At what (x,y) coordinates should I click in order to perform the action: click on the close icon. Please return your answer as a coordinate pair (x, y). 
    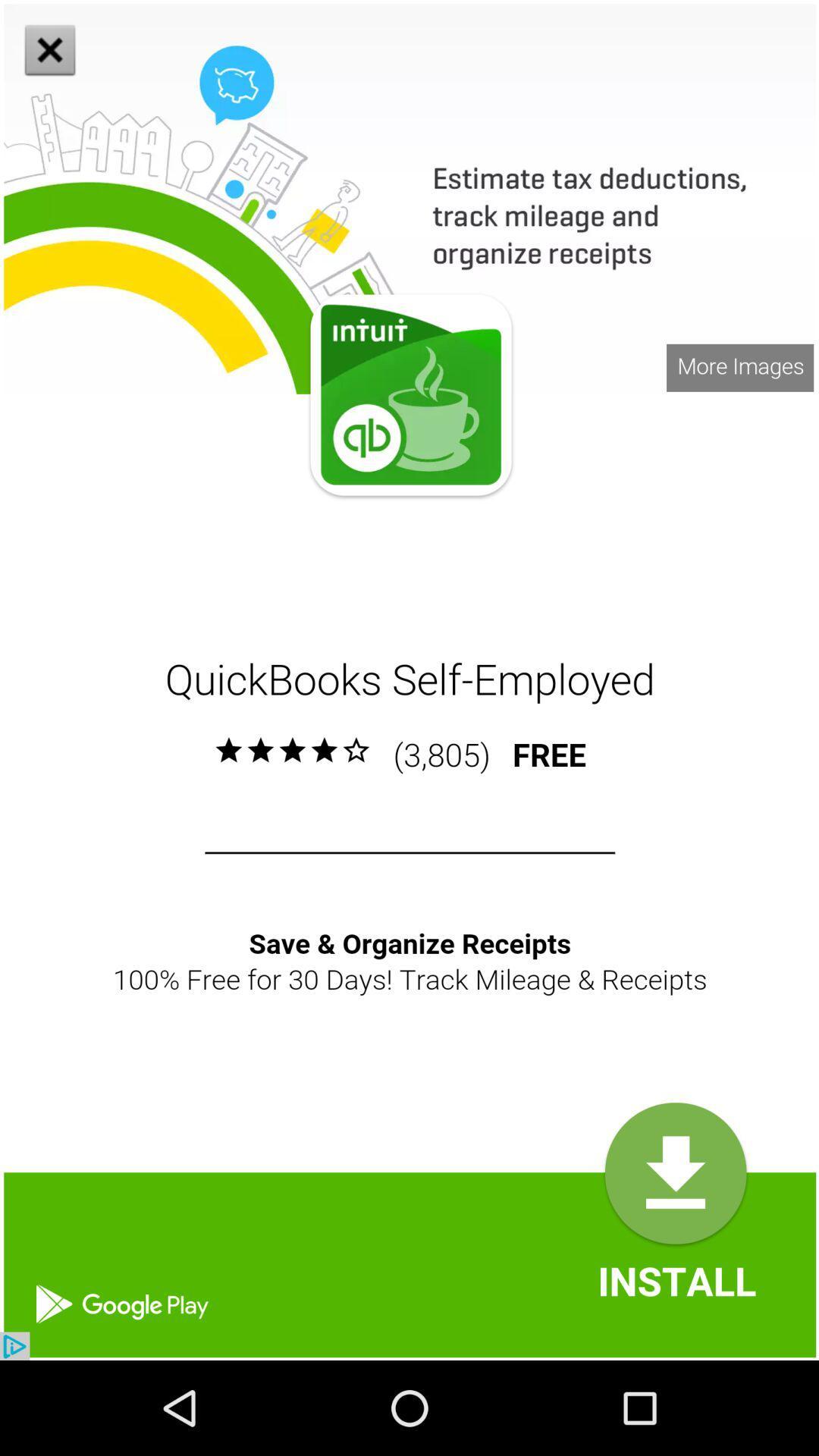
    Looking at the image, I should click on (49, 53).